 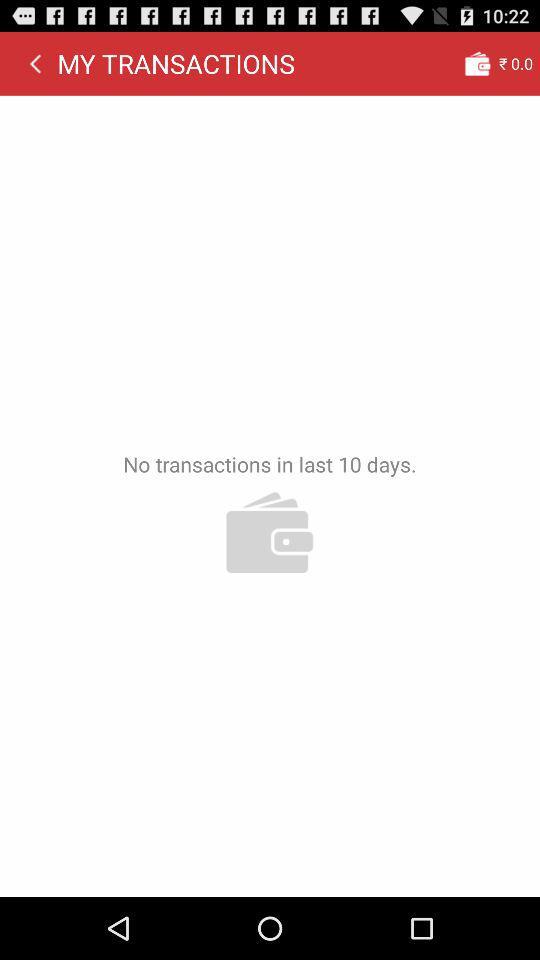 What do you see at coordinates (476, 63) in the screenshot?
I see `the app next to the my transactions` at bounding box center [476, 63].